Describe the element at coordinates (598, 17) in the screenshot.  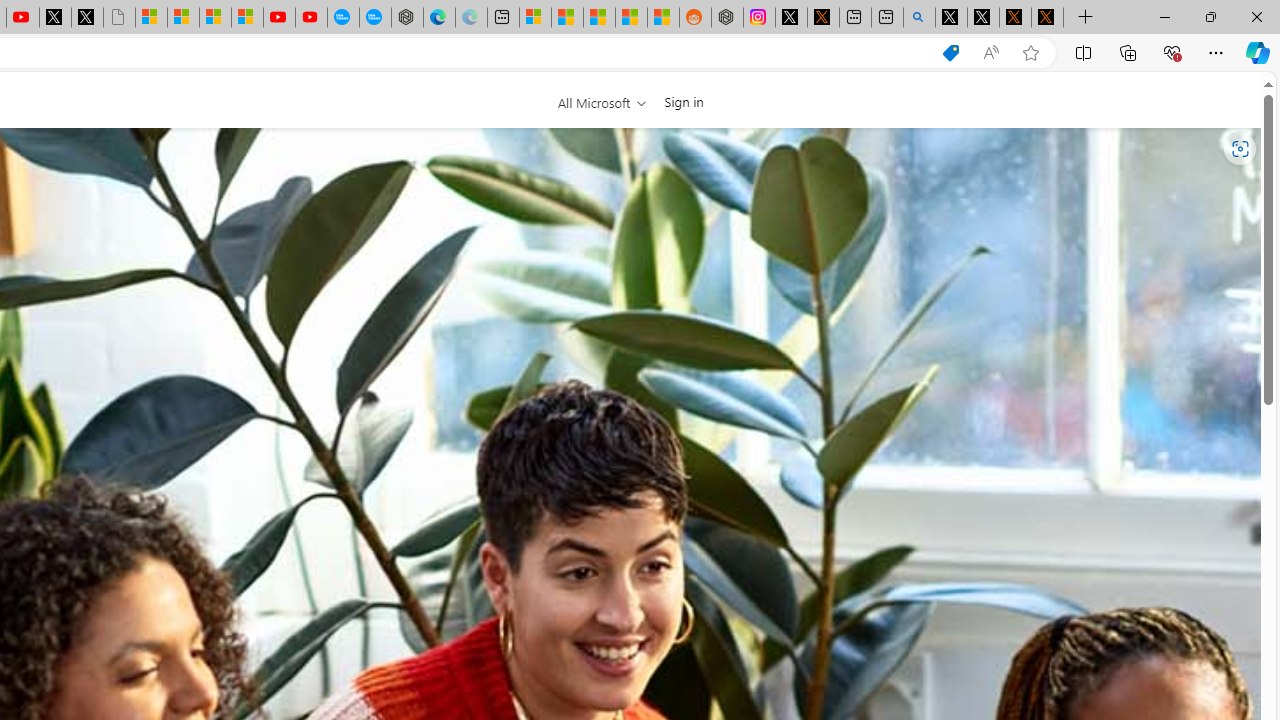
I see `'Shanghai, China hourly forecast | Microsoft Weather'` at that location.